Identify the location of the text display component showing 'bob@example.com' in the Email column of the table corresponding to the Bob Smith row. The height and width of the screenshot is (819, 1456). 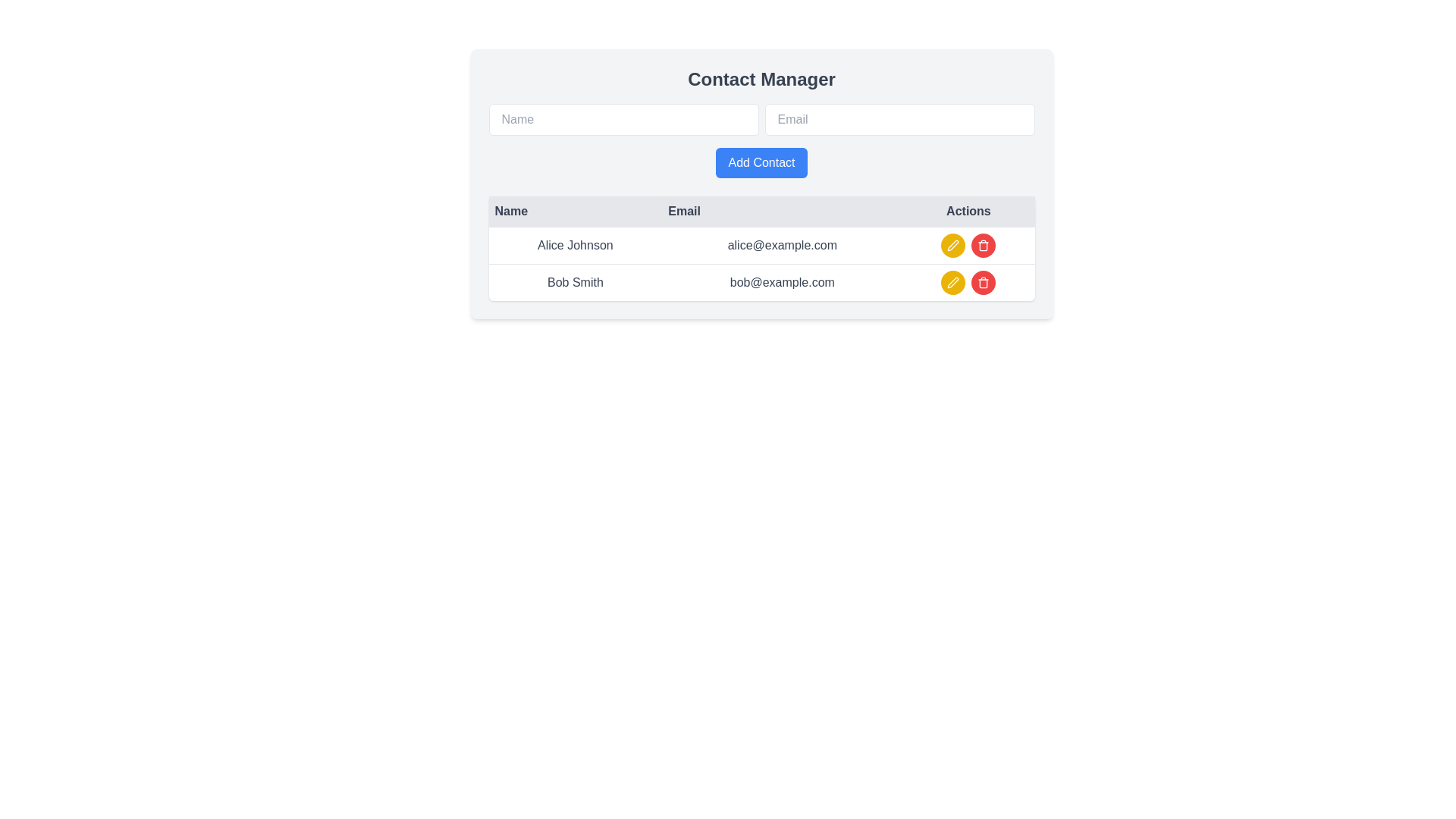
(782, 282).